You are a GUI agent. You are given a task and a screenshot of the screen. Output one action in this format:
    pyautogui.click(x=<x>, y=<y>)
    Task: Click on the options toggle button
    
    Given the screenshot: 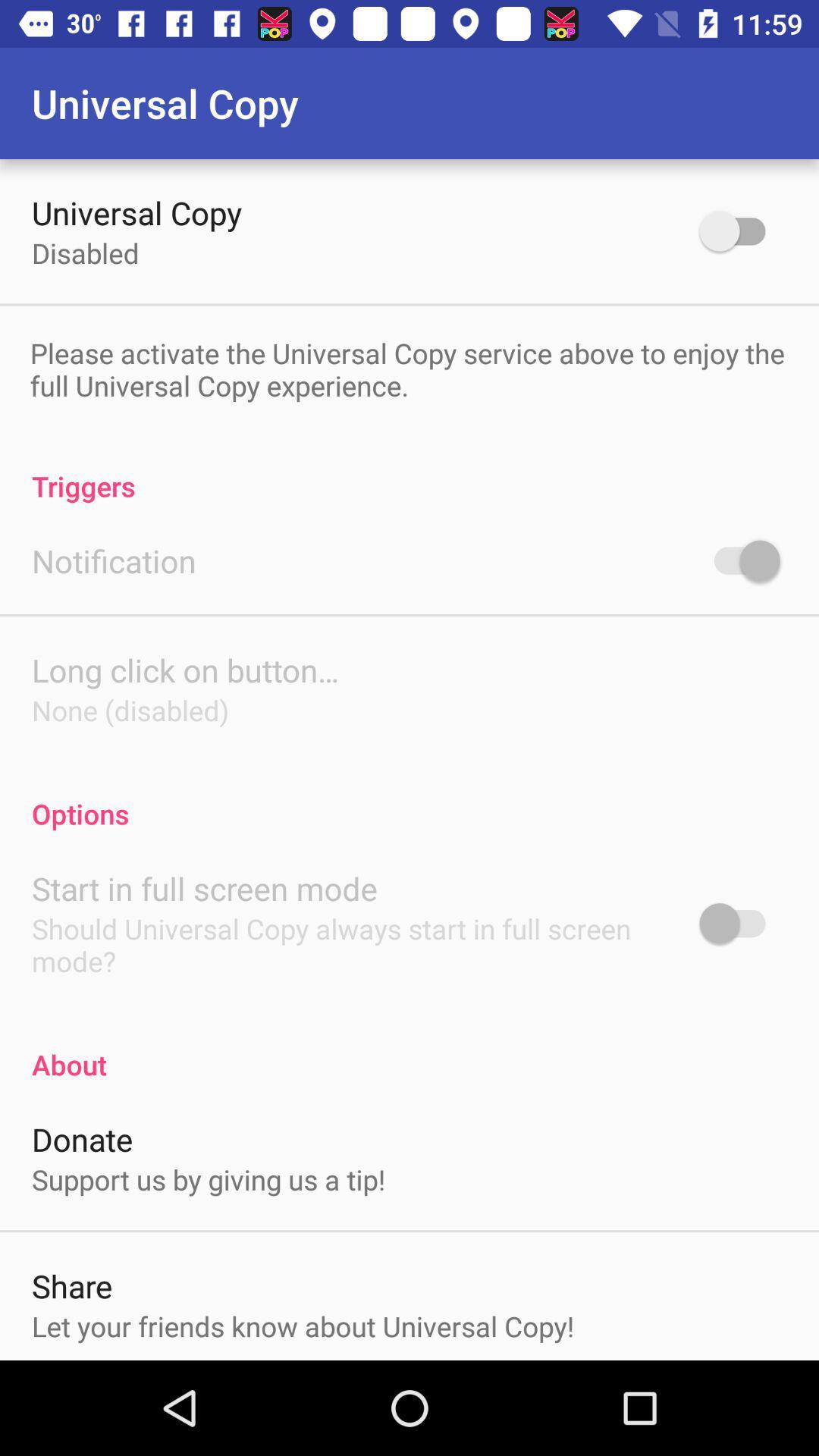 What is the action you would take?
    pyautogui.click(x=739, y=922)
    